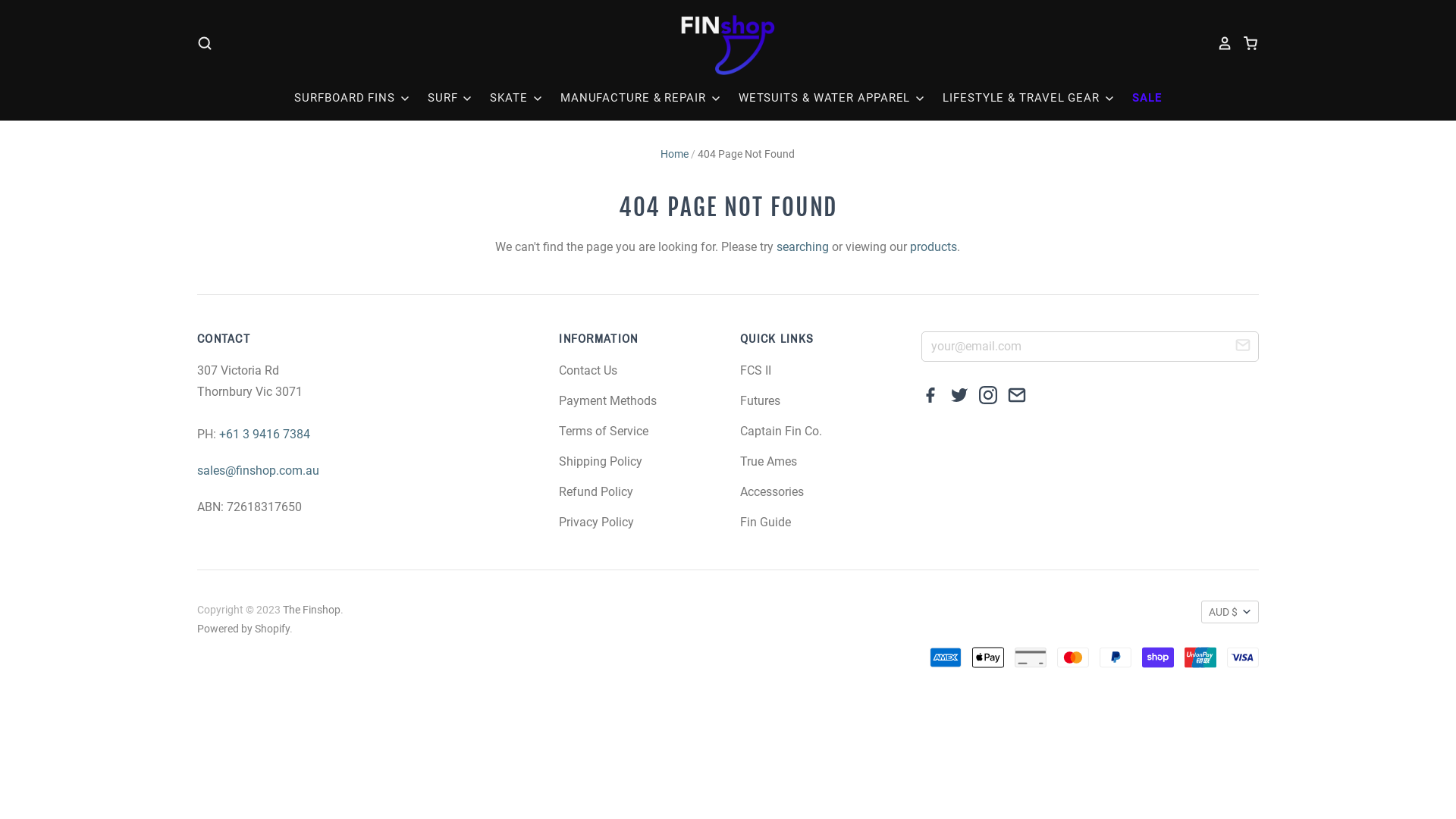  Describe the element at coordinates (673, 154) in the screenshot. I see `'Home'` at that location.